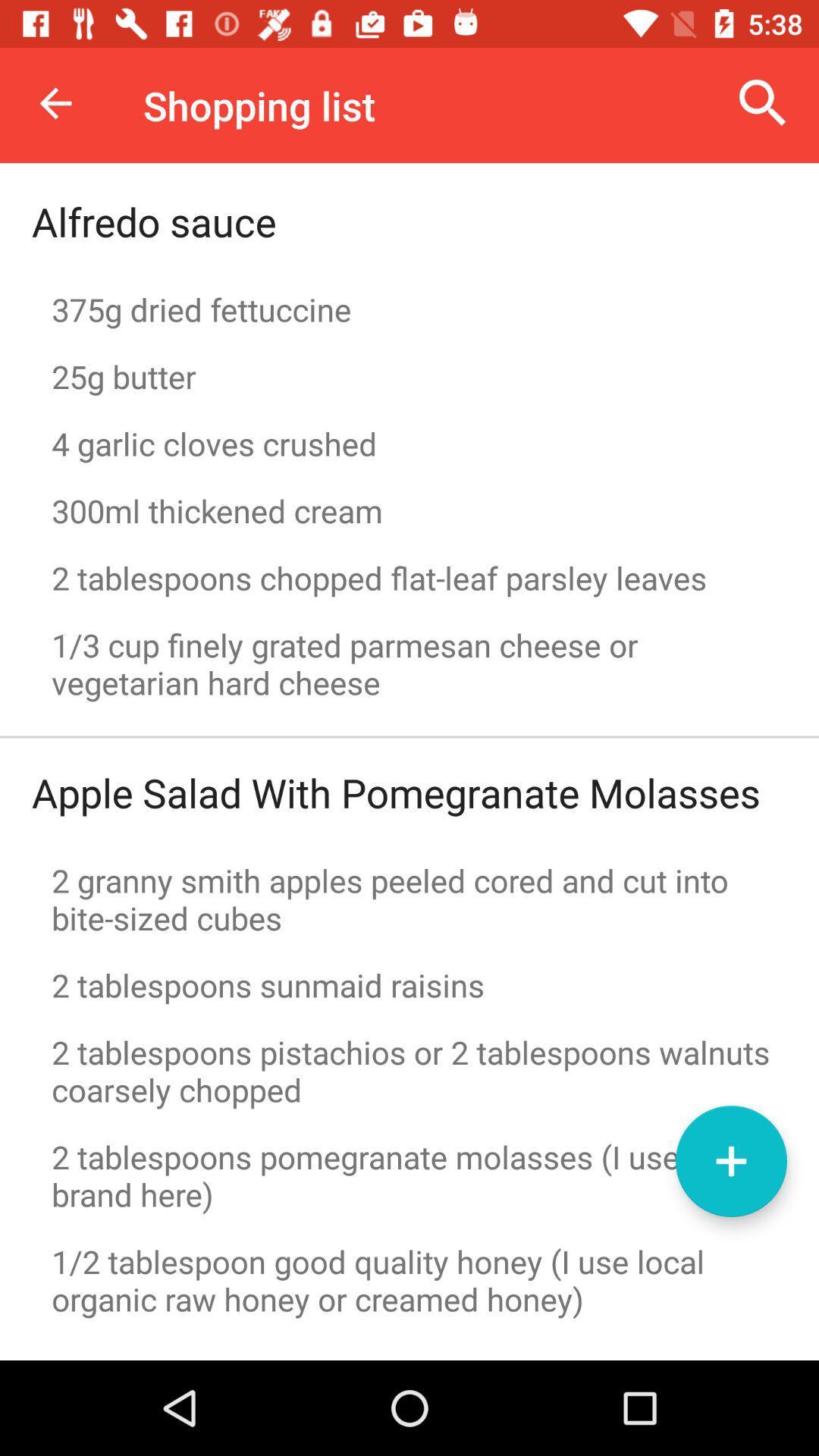 This screenshot has width=819, height=1456. Describe the element at coordinates (730, 1160) in the screenshot. I see `the add icon` at that location.